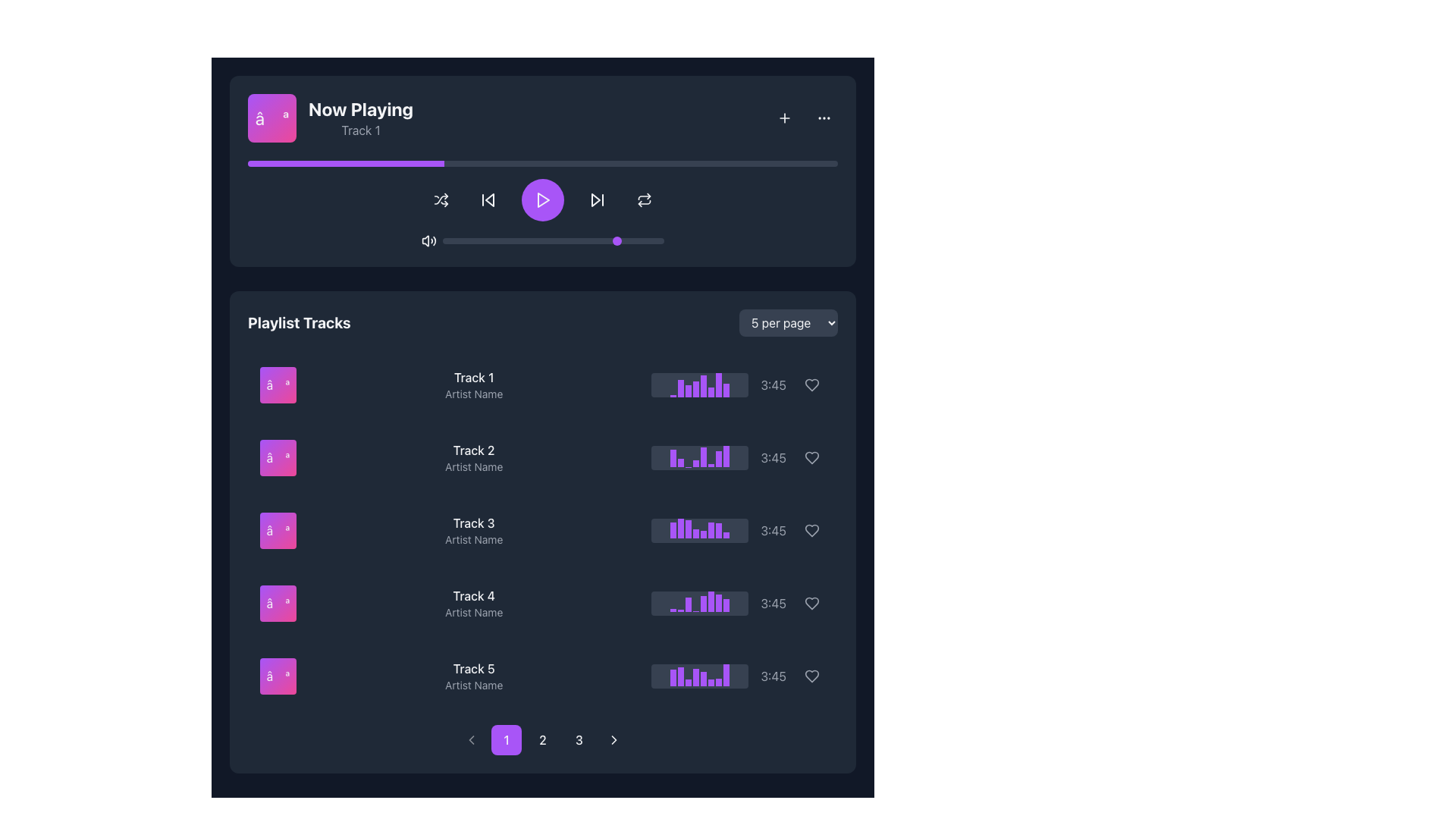 This screenshot has width=1456, height=819. Describe the element at coordinates (482, 240) in the screenshot. I see `the slider` at that location.